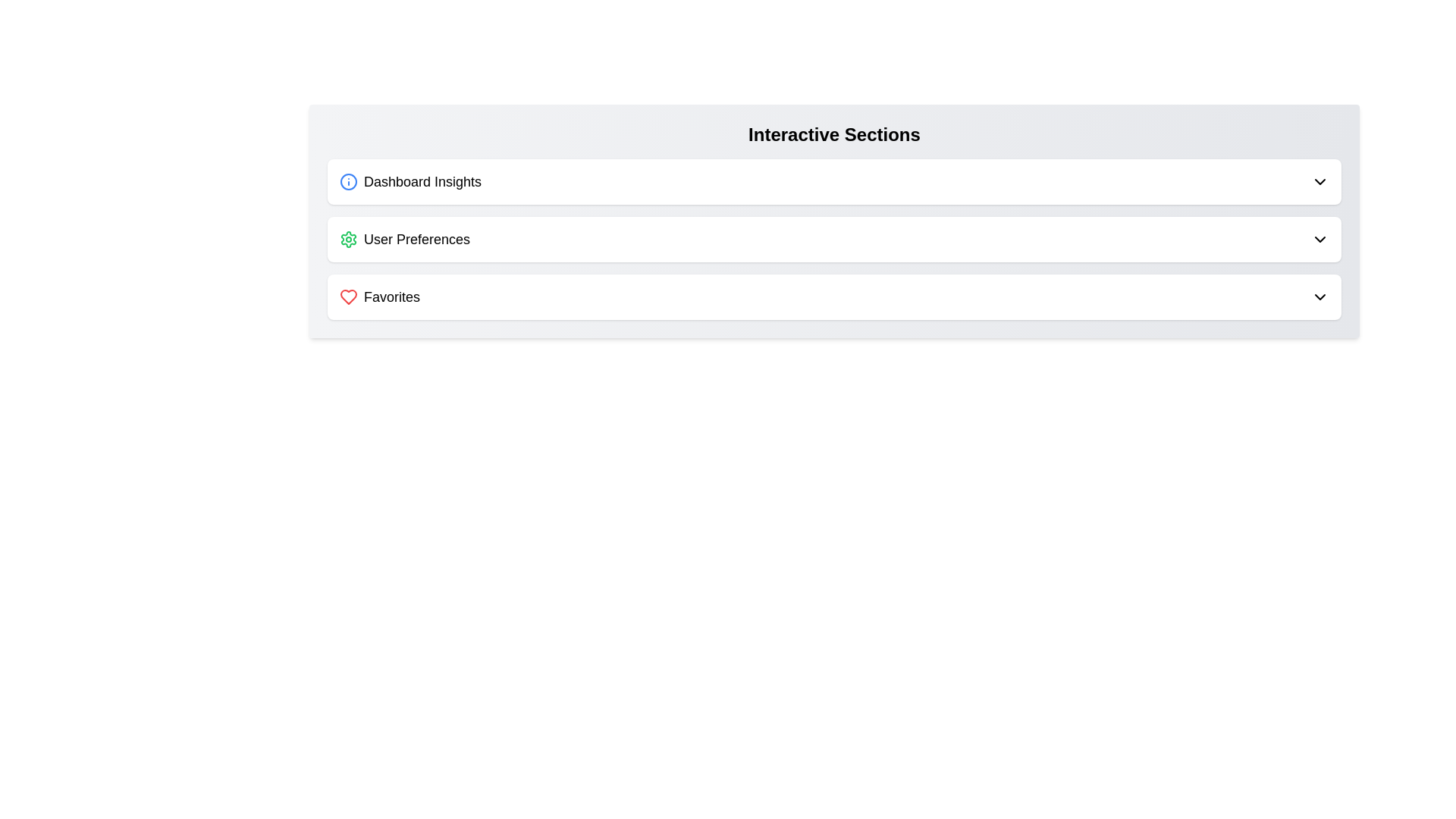 This screenshot has width=1456, height=819. Describe the element at coordinates (348, 180) in the screenshot. I see `the blue outlined circle icon with an 'i' symbol, located to the left of the 'Dashboard Insights' text` at that location.